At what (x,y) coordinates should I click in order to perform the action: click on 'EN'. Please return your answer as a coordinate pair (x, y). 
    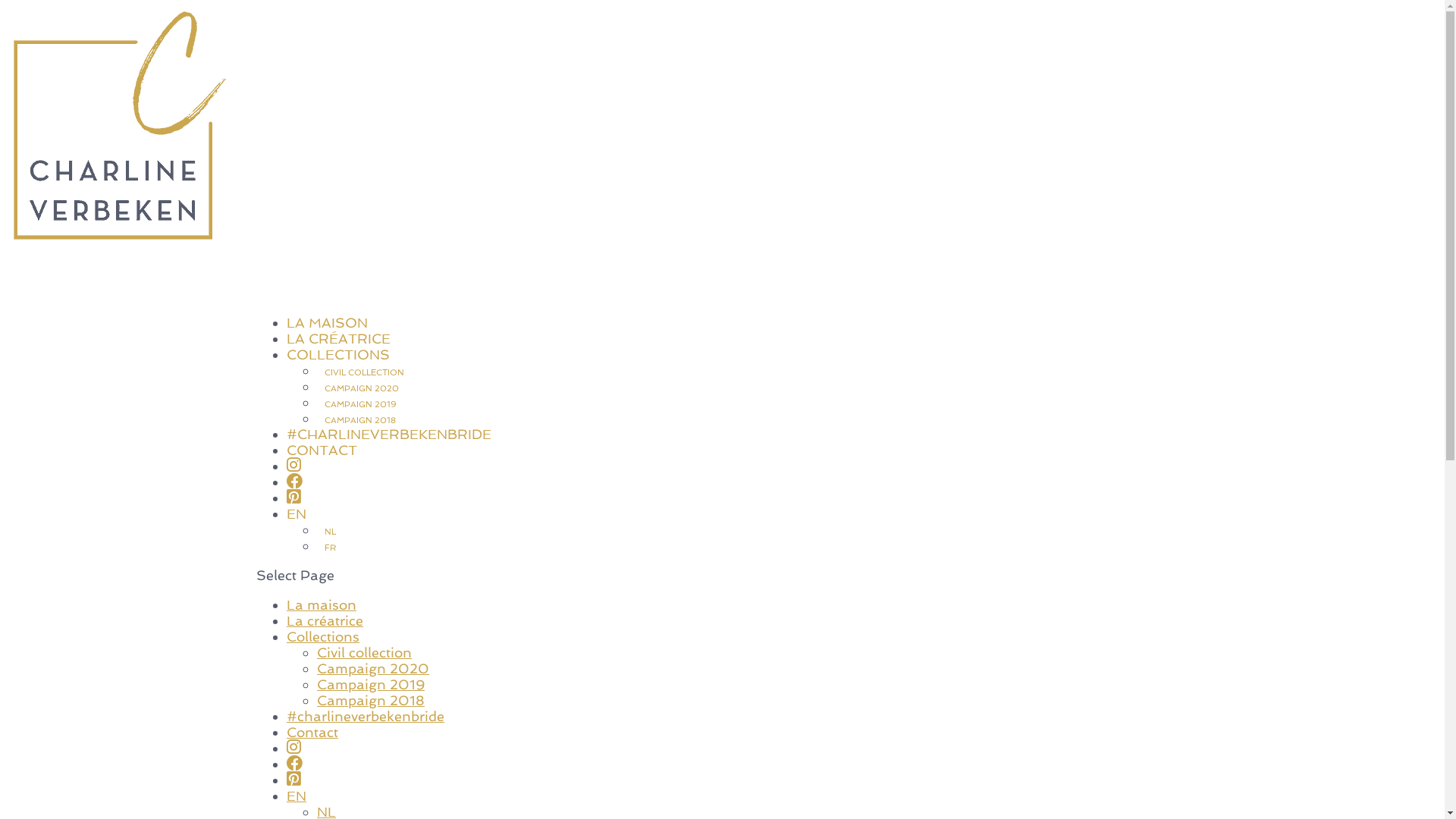
    Looking at the image, I should click on (296, 795).